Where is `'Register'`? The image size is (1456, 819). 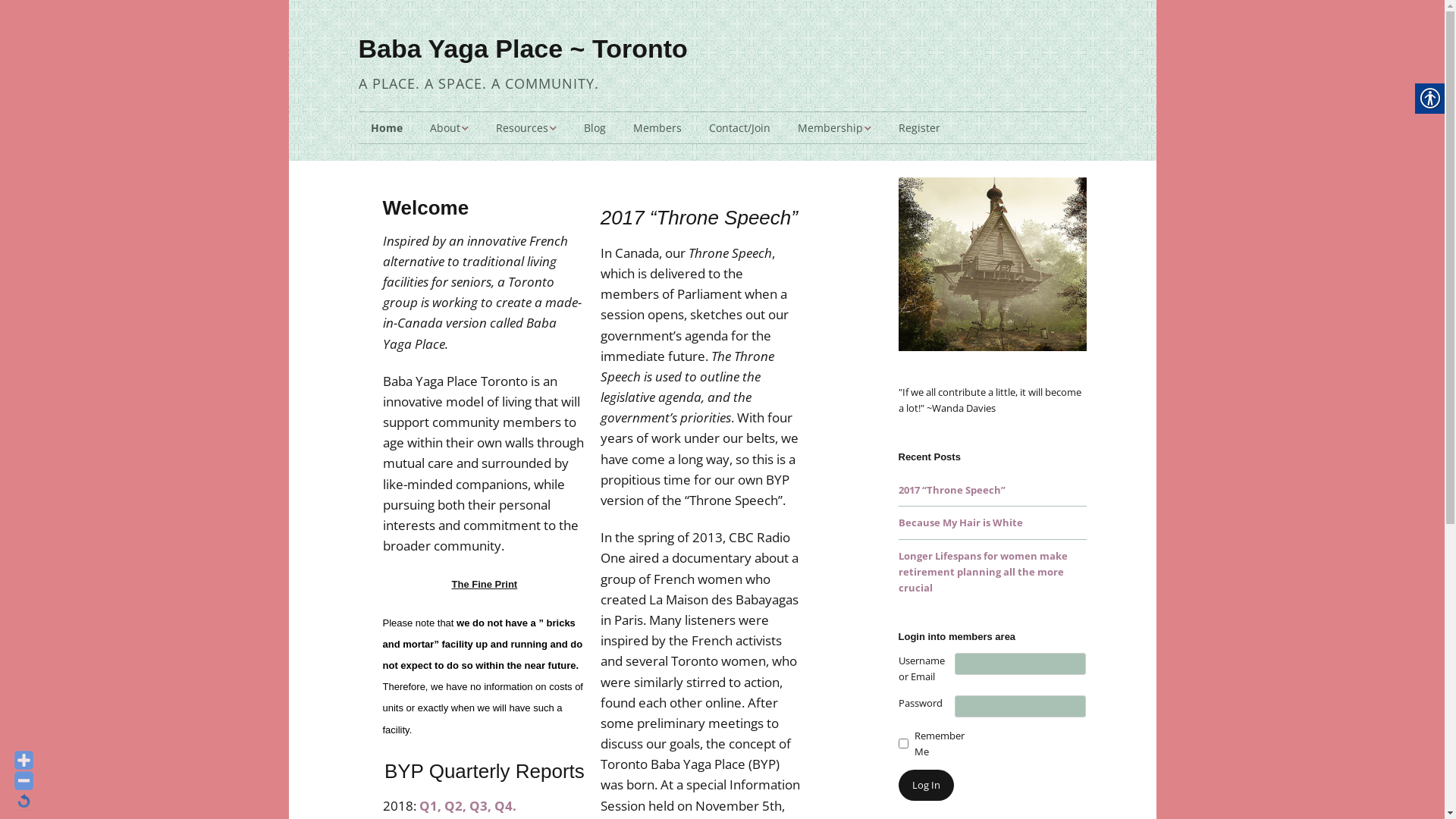 'Register' is located at coordinates (918, 127).